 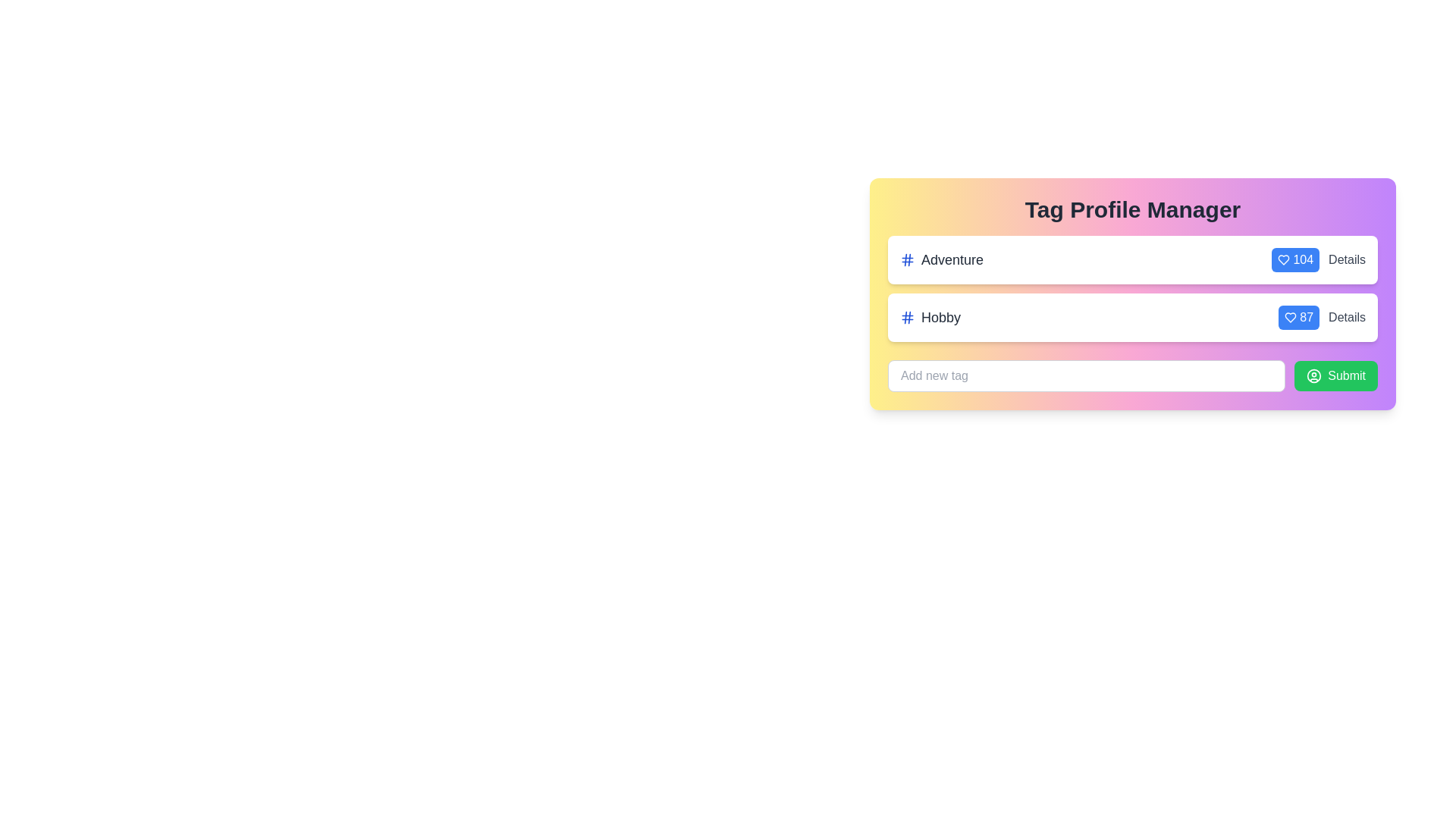 What do you see at coordinates (907, 259) in the screenshot?
I see `the blue-colored hash (#) icon located to the left of the text 'Adventure' in the first list item of the vertical list` at bounding box center [907, 259].